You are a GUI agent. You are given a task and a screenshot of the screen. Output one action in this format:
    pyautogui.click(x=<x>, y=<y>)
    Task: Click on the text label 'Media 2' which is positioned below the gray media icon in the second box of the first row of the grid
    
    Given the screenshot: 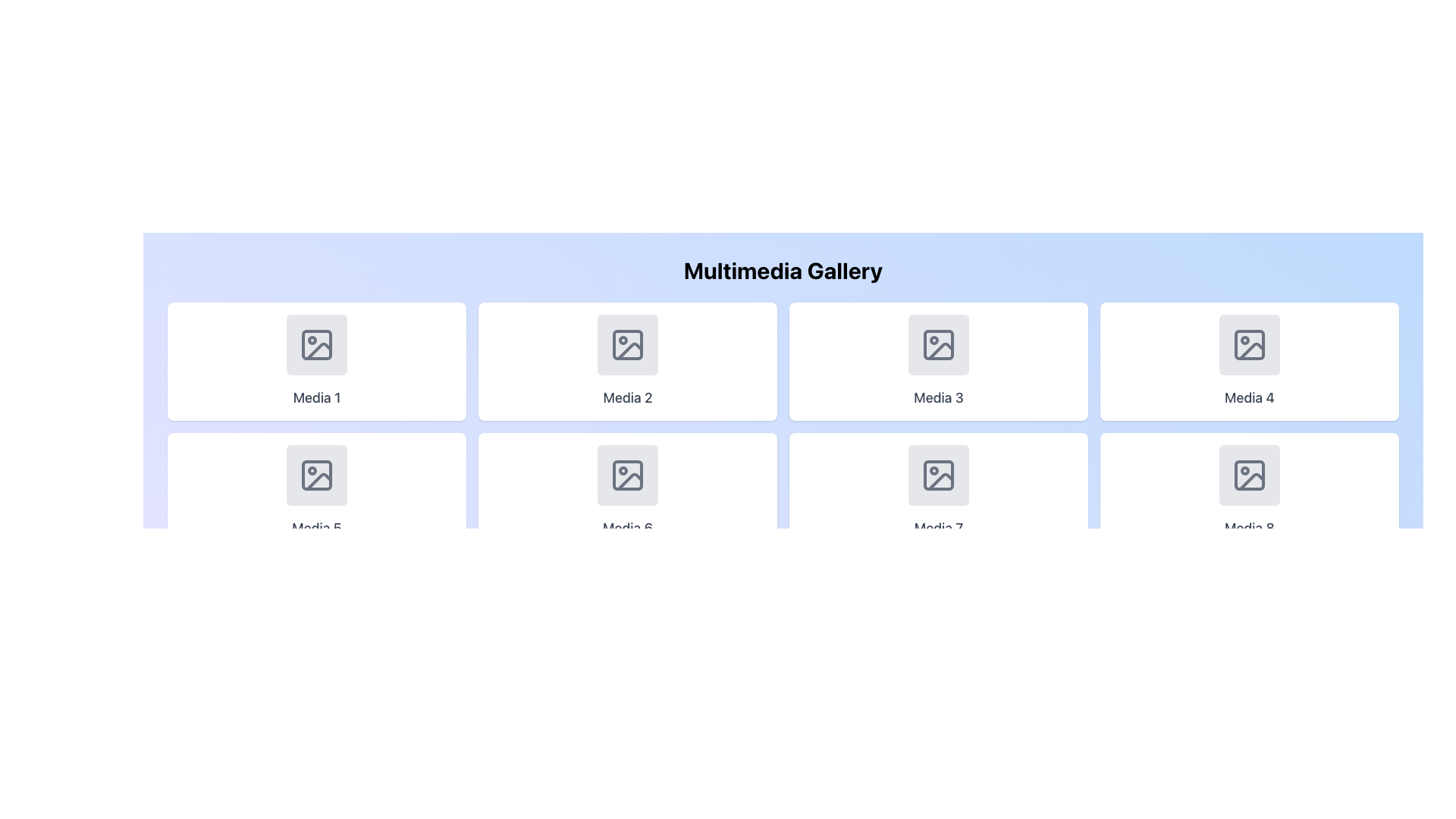 What is the action you would take?
    pyautogui.click(x=628, y=397)
    